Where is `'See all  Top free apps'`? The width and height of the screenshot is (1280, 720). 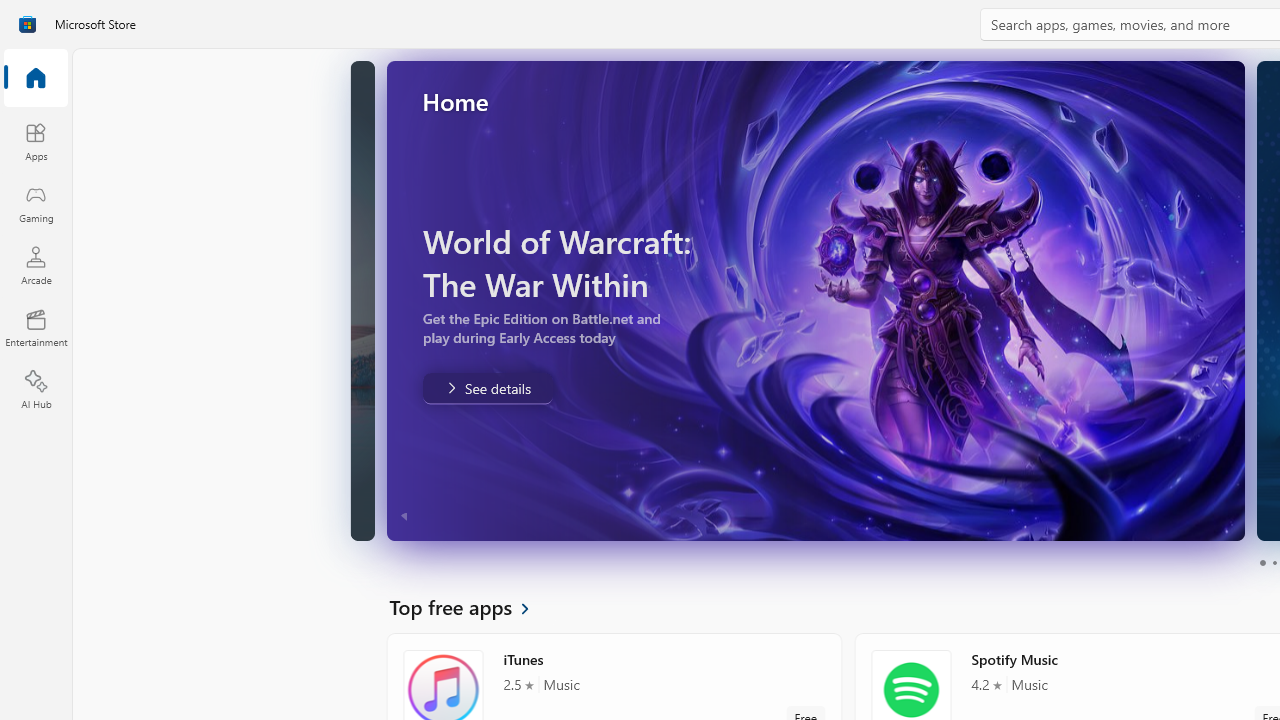
'See all  Top free apps' is located at coordinates (470, 605).